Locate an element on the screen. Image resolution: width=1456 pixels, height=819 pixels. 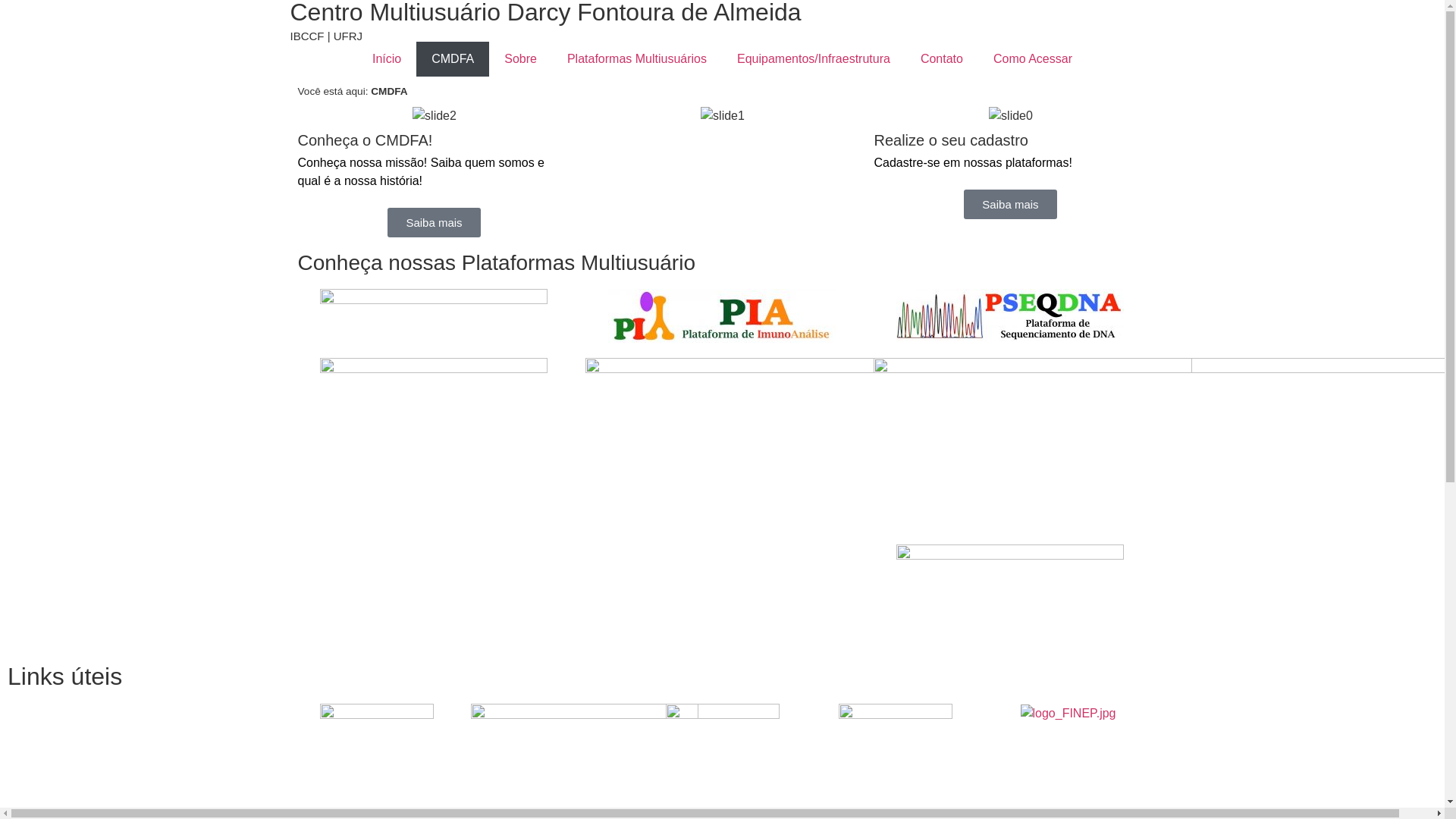
'logo_FINEP.jpg' is located at coordinates (1068, 714).